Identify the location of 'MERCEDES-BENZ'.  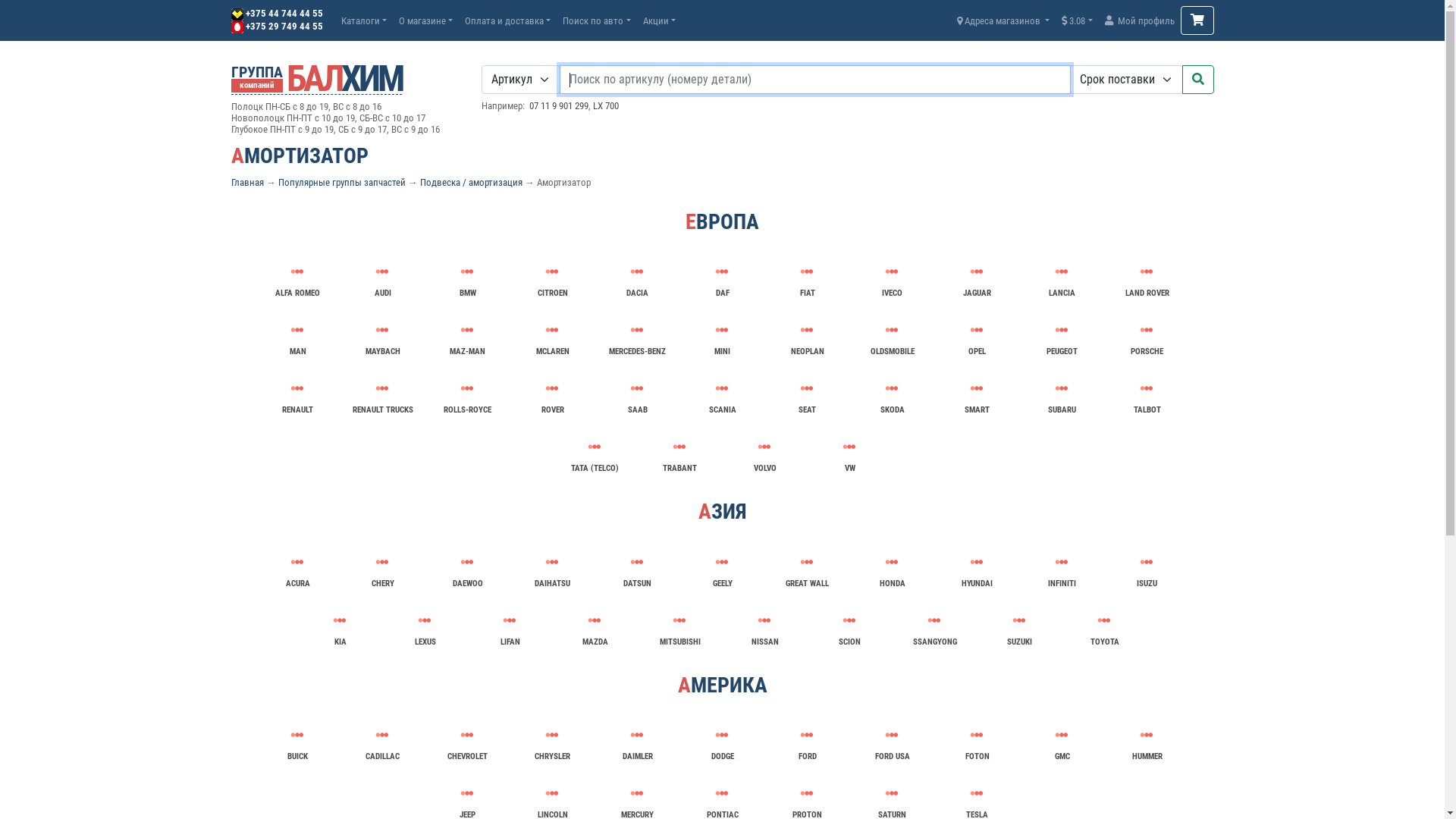
(637, 329).